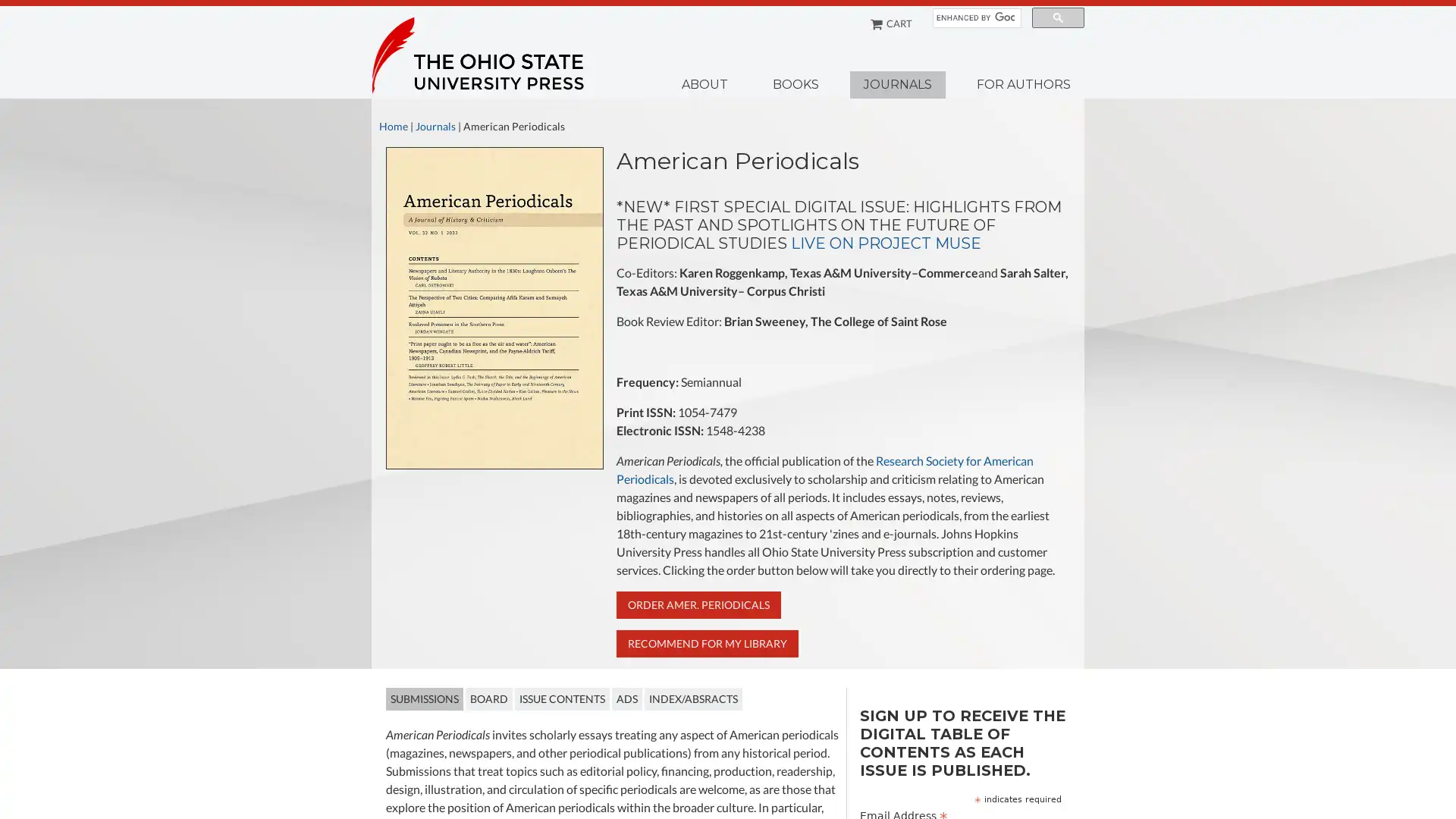  Describe the element at coordinates (1057, 17) in the screenshot. I see `search` at that location.